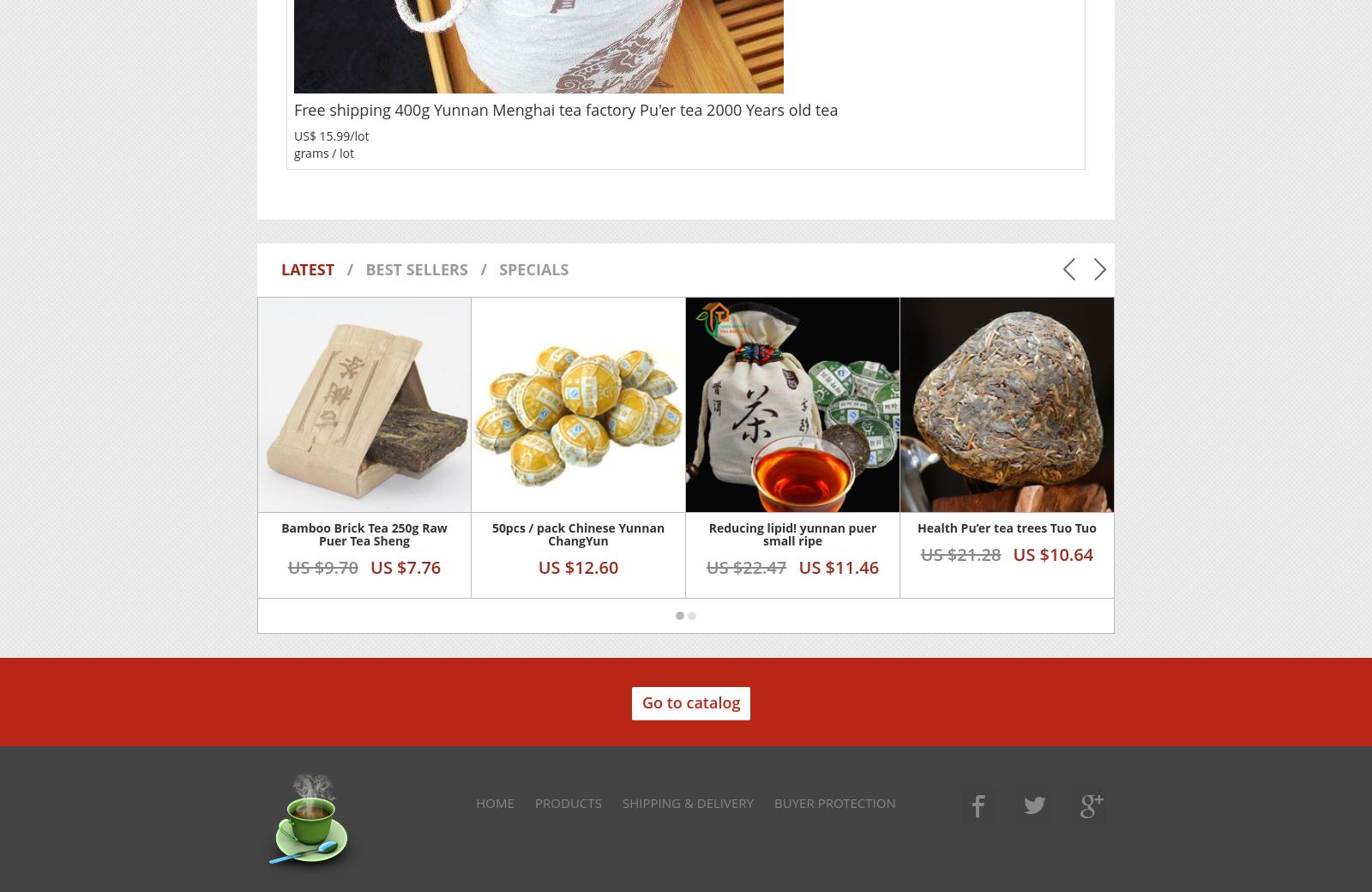 This screenshot has height=892, width=1372. I want to click on 'Buyer Protection', so click(833, 801).